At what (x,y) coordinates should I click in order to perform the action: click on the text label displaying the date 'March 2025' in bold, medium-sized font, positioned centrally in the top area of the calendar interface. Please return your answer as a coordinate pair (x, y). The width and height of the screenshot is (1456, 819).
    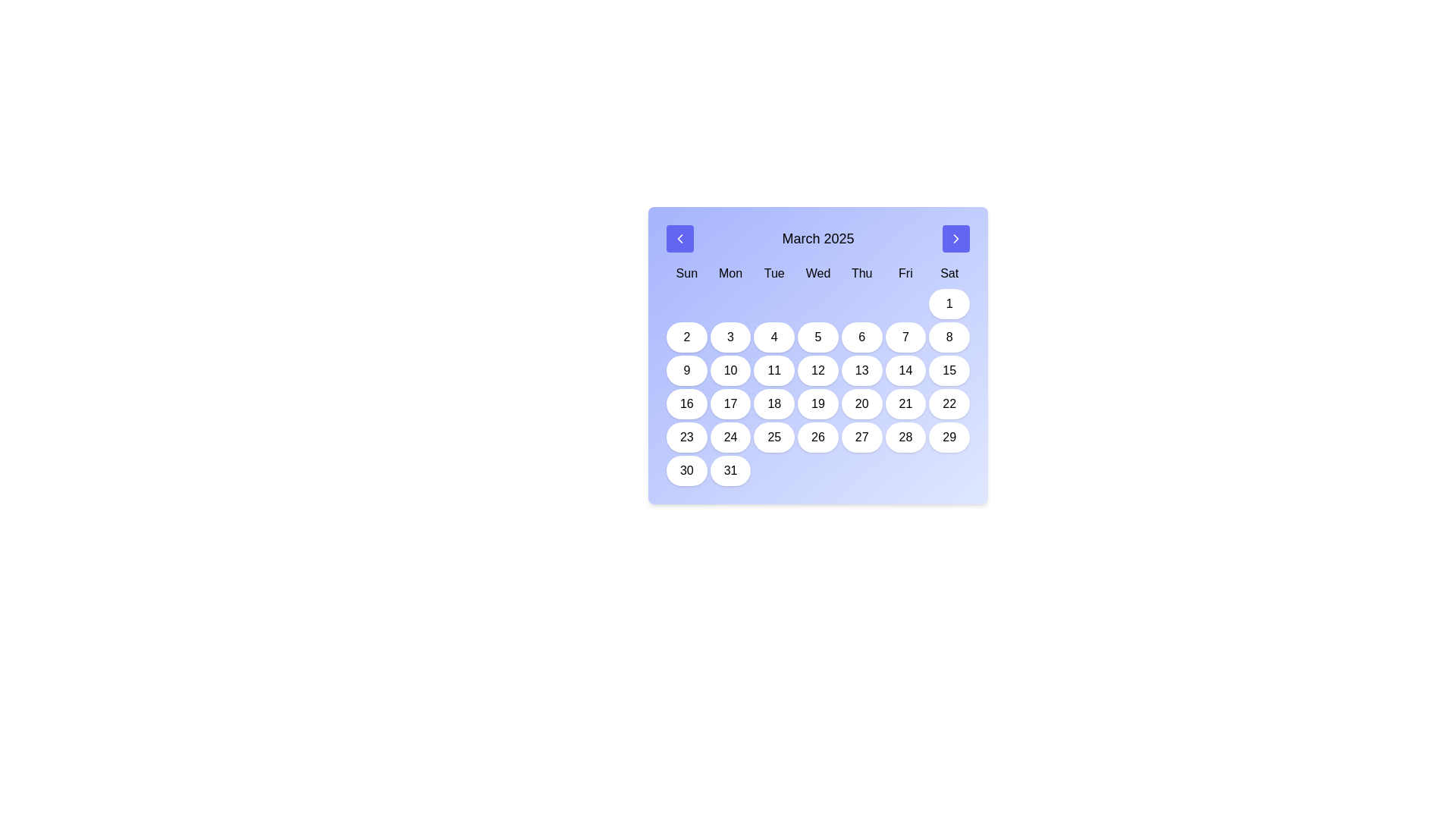
    Looking at the image, I should click on (817, 239).